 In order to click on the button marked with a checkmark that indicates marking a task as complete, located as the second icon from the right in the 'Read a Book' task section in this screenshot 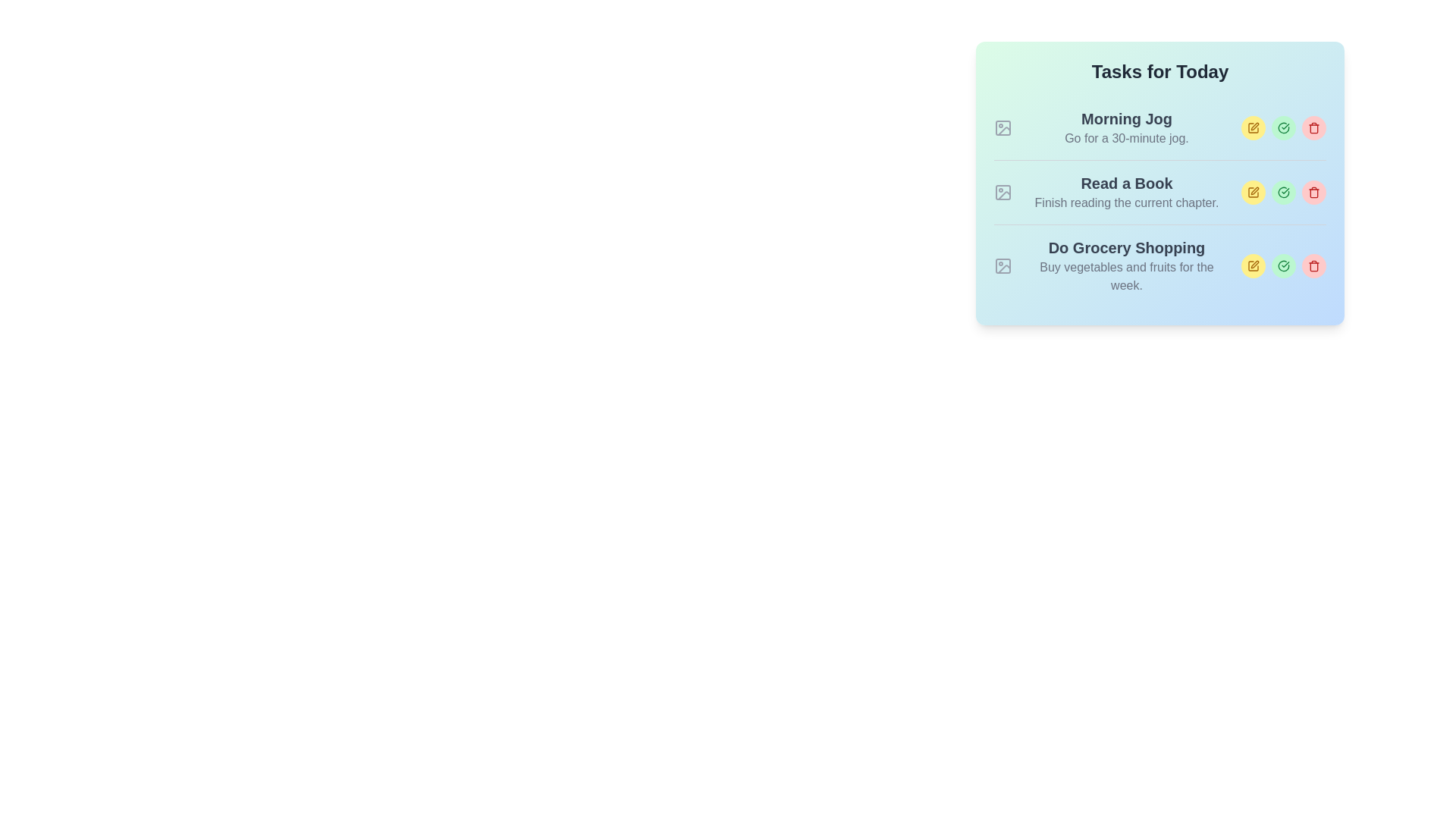, I will do `click(1283, 192)`.